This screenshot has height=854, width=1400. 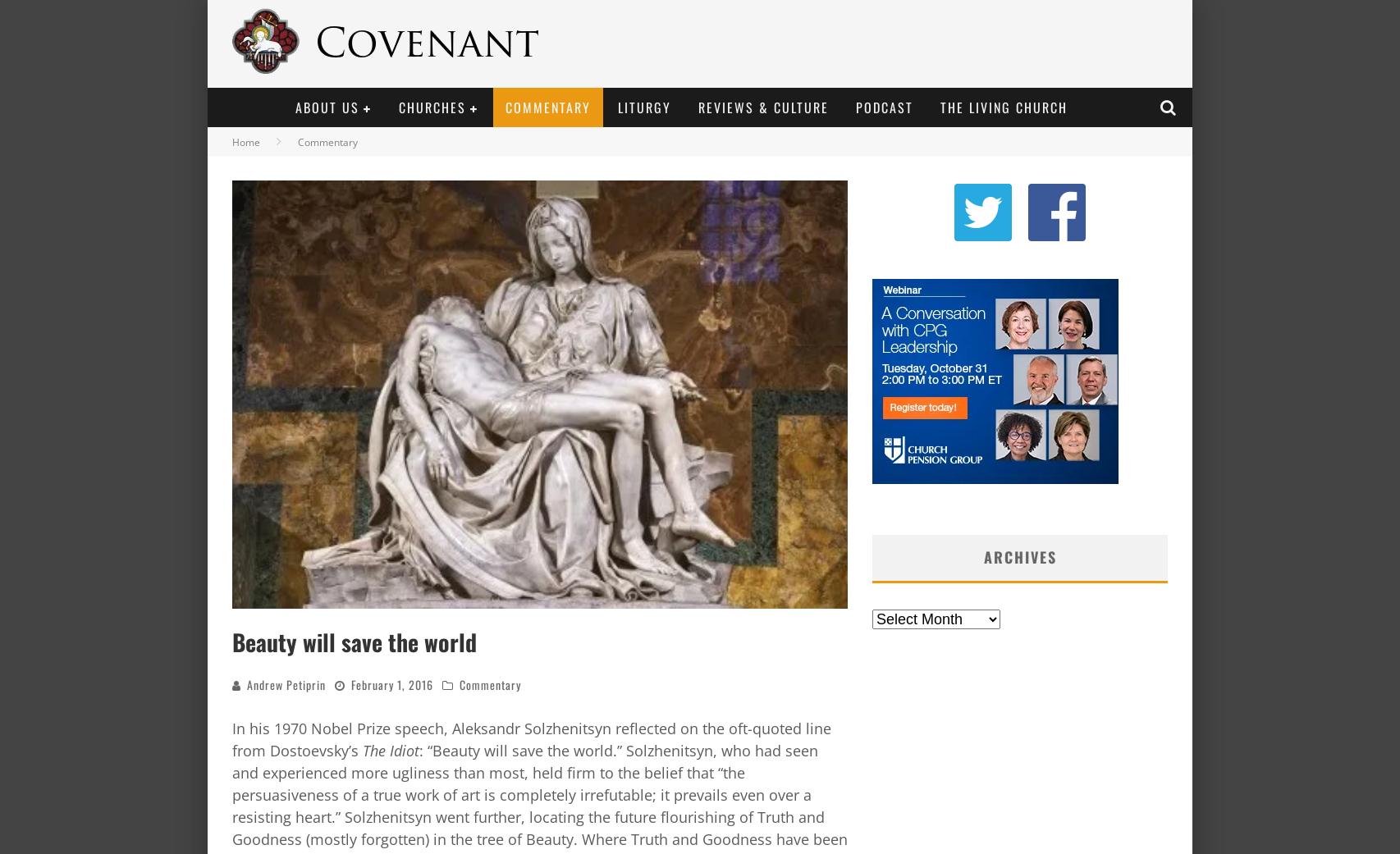 What do you see at coordinates (232, 142) in the screenshot?
I see `'Home'` at bounding box center [232, 142].